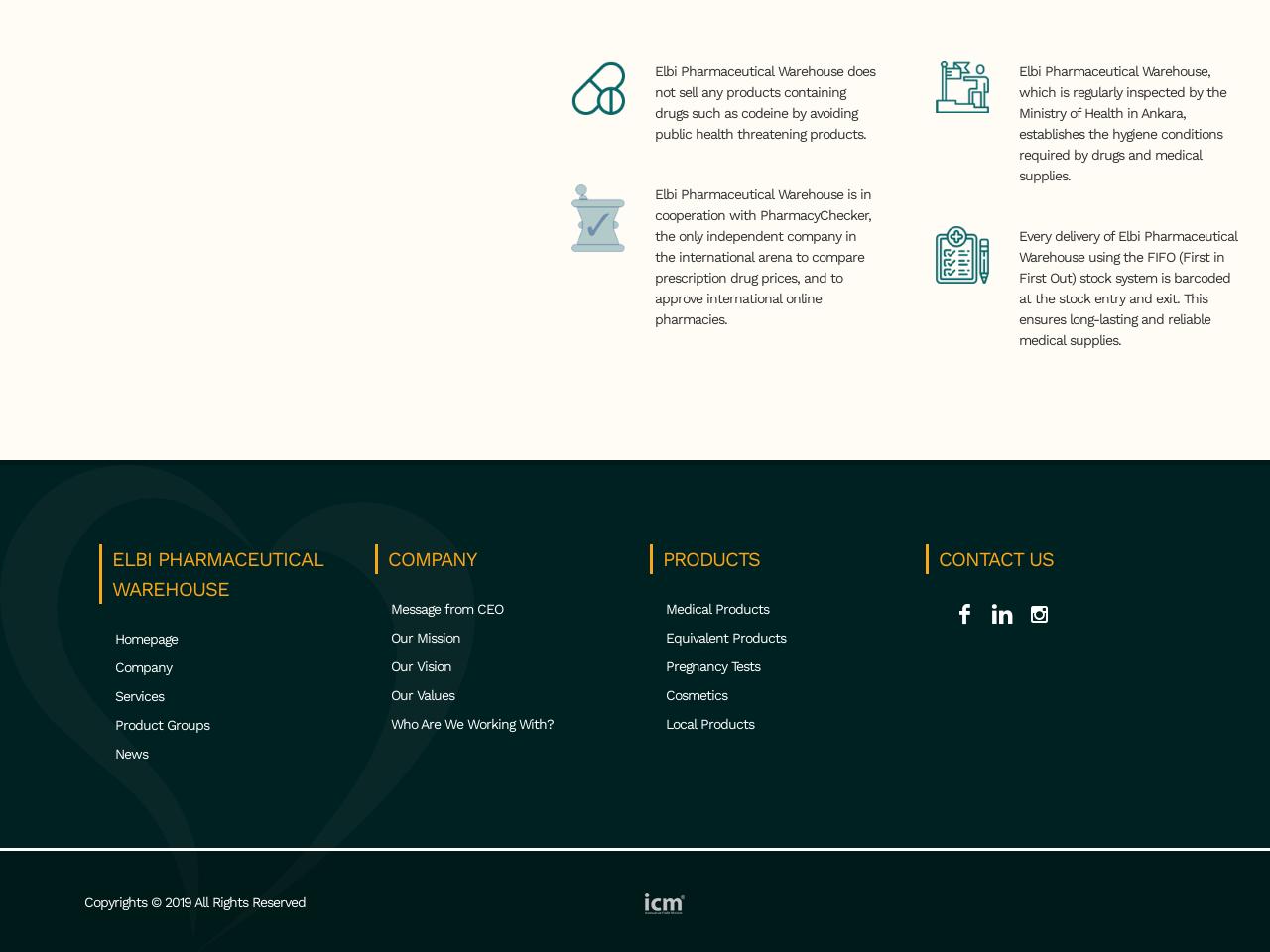 The image size is (1270, 952). Describe the element at coordinates (162, 722) in the screenshot. I see `'Product Groups'` at that location.